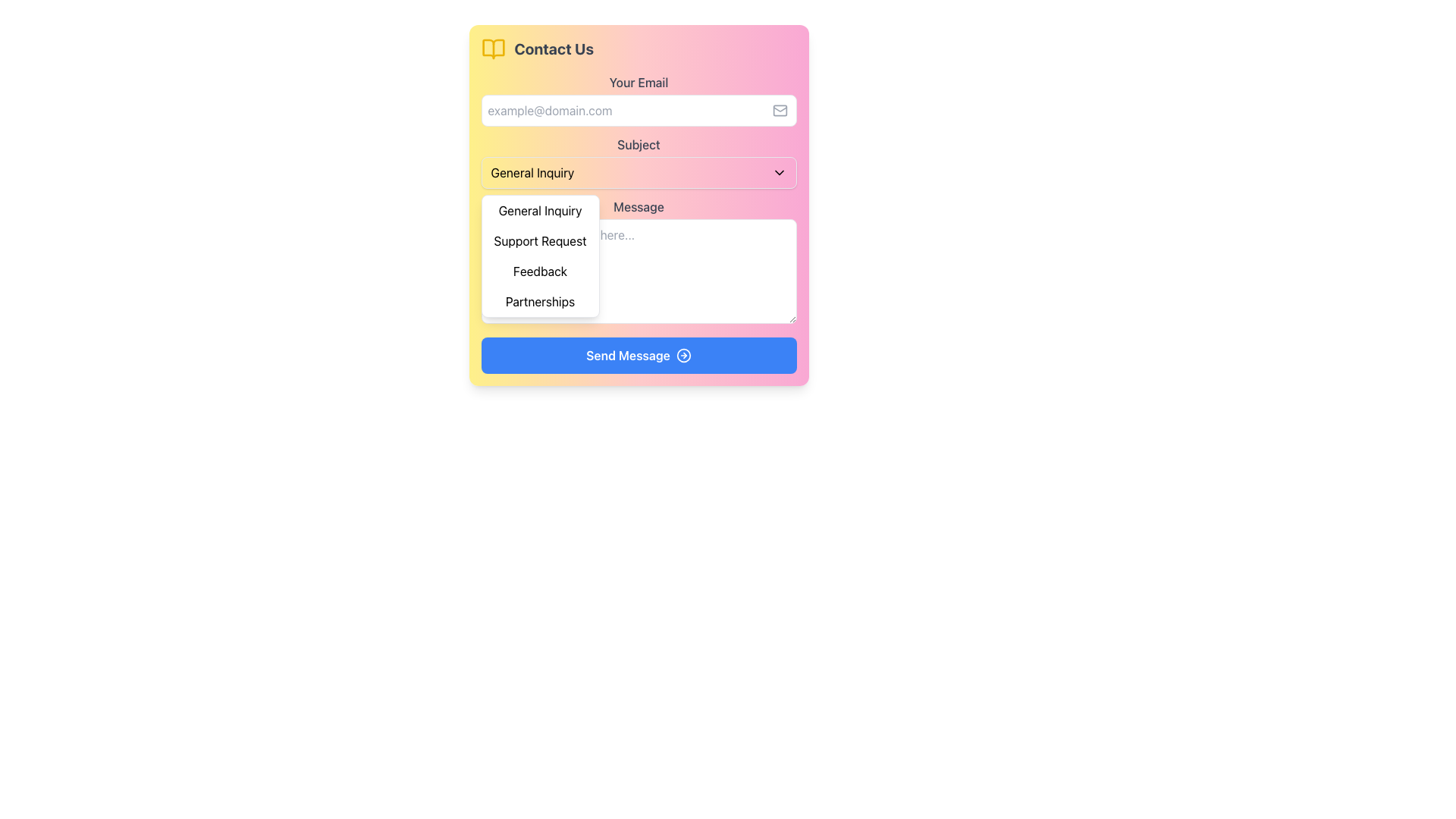  What do you see at coordinates (539, 240) in the screenshot?
I see `the 'Support Request' dropdown menu item, which is the second option in the dropdown located below the 'Subject' field in the contact form` at bounding box center [539, 240].